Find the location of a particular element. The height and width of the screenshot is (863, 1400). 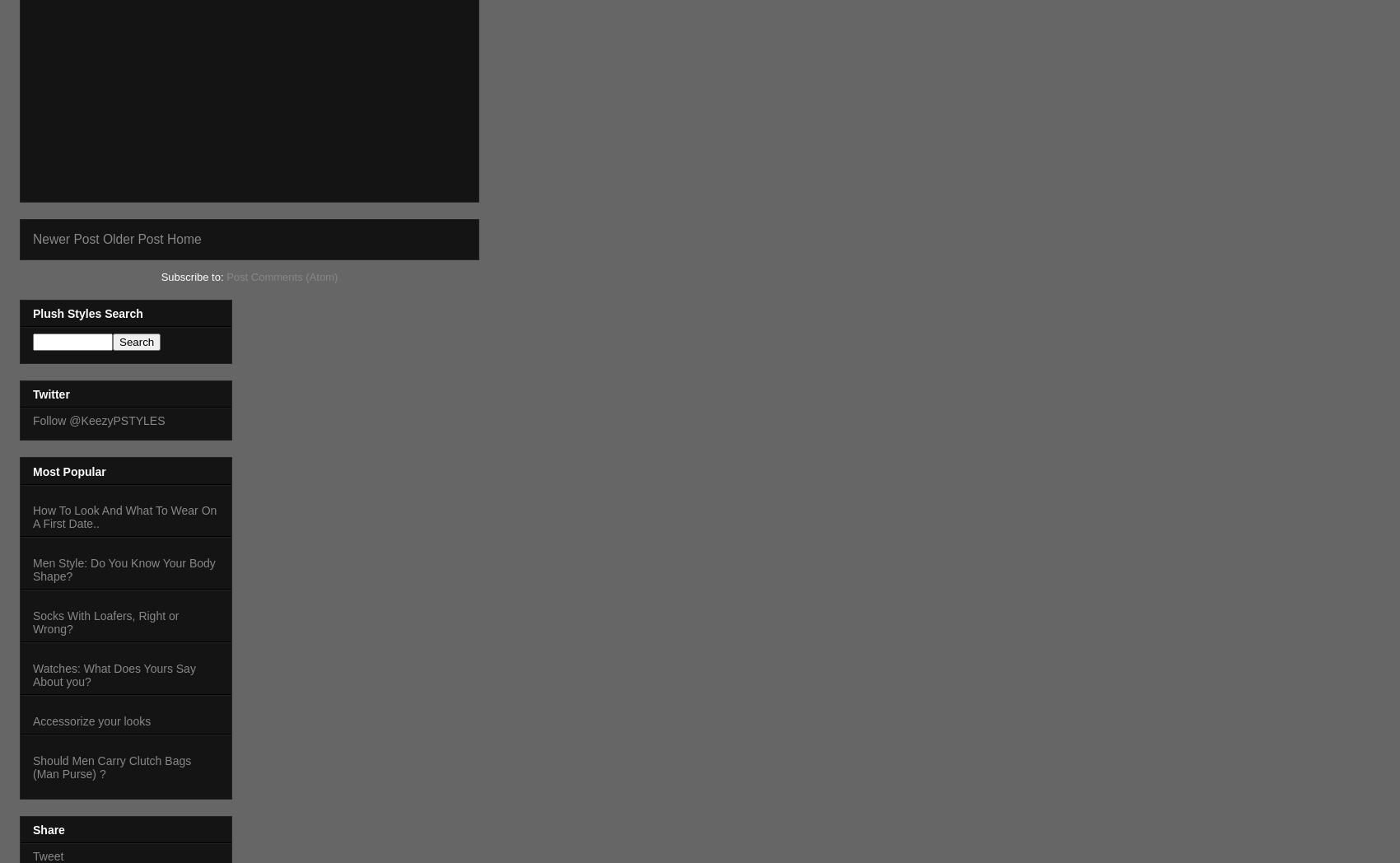

'Twitter' is located at coordinates (51, 394).